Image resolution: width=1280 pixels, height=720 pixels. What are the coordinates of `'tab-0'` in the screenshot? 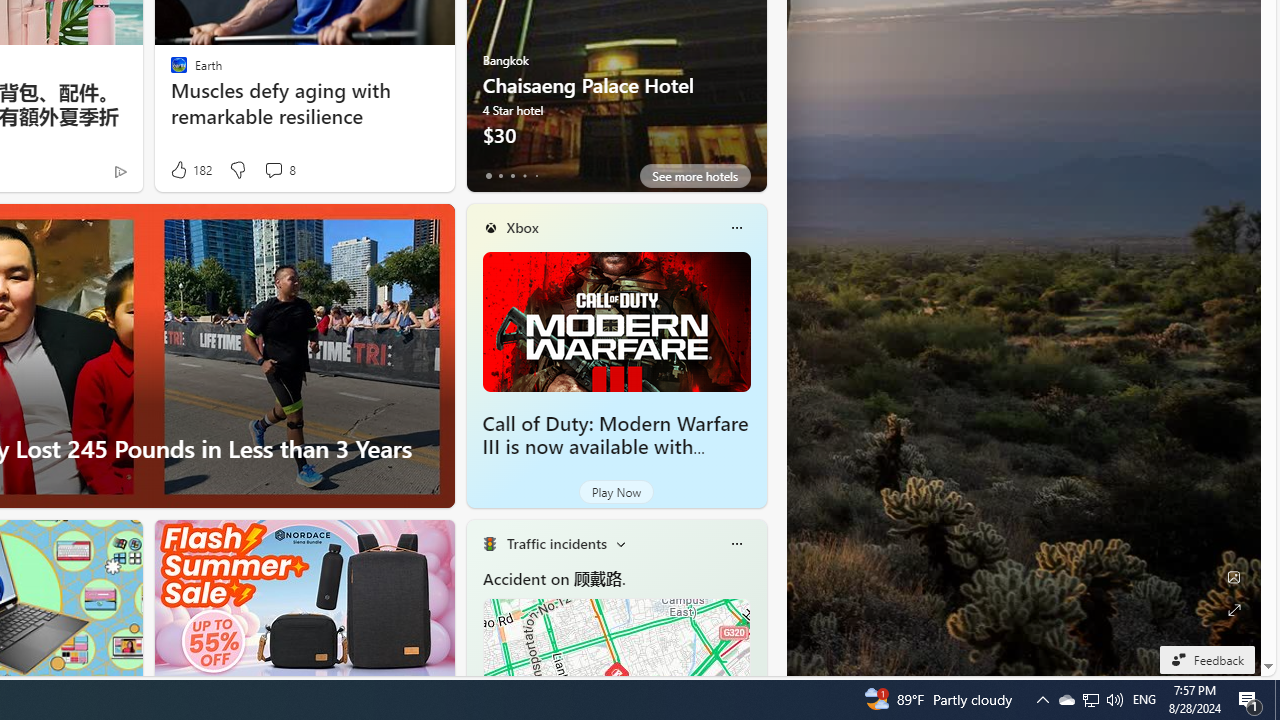 It's located at (488, 175).